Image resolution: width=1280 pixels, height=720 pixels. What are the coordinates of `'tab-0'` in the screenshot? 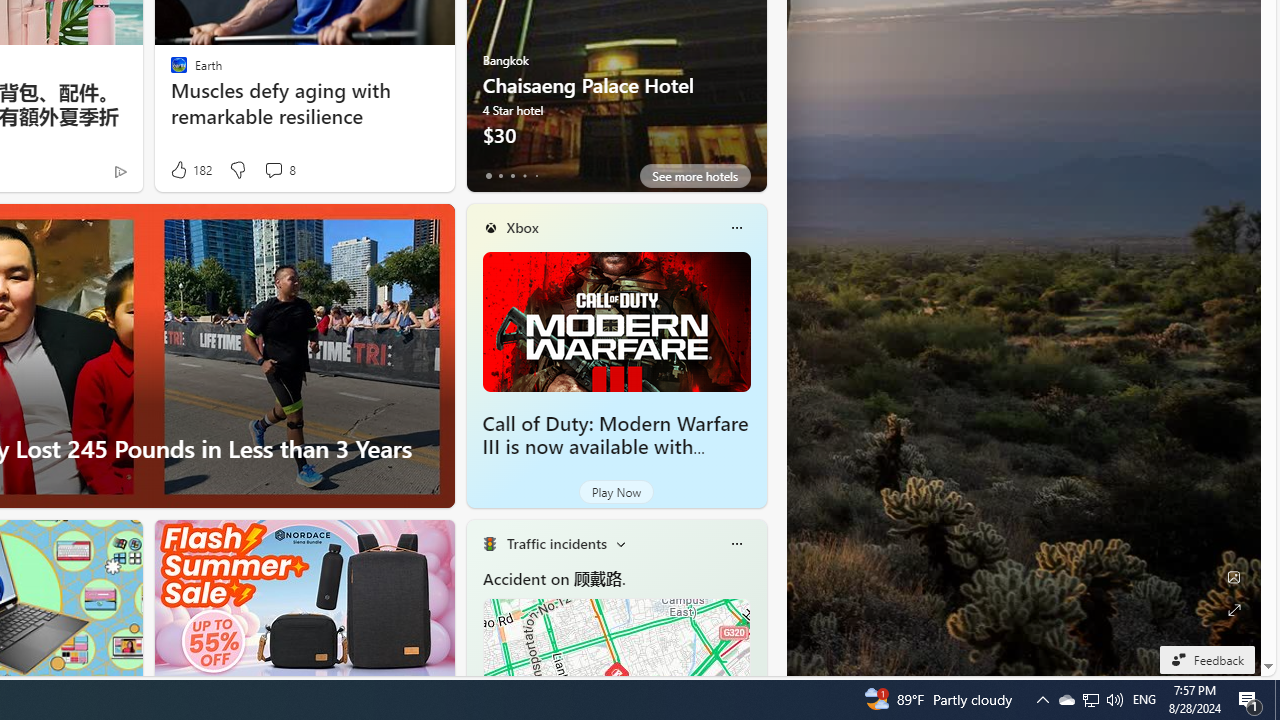 It's located at (488, 175).